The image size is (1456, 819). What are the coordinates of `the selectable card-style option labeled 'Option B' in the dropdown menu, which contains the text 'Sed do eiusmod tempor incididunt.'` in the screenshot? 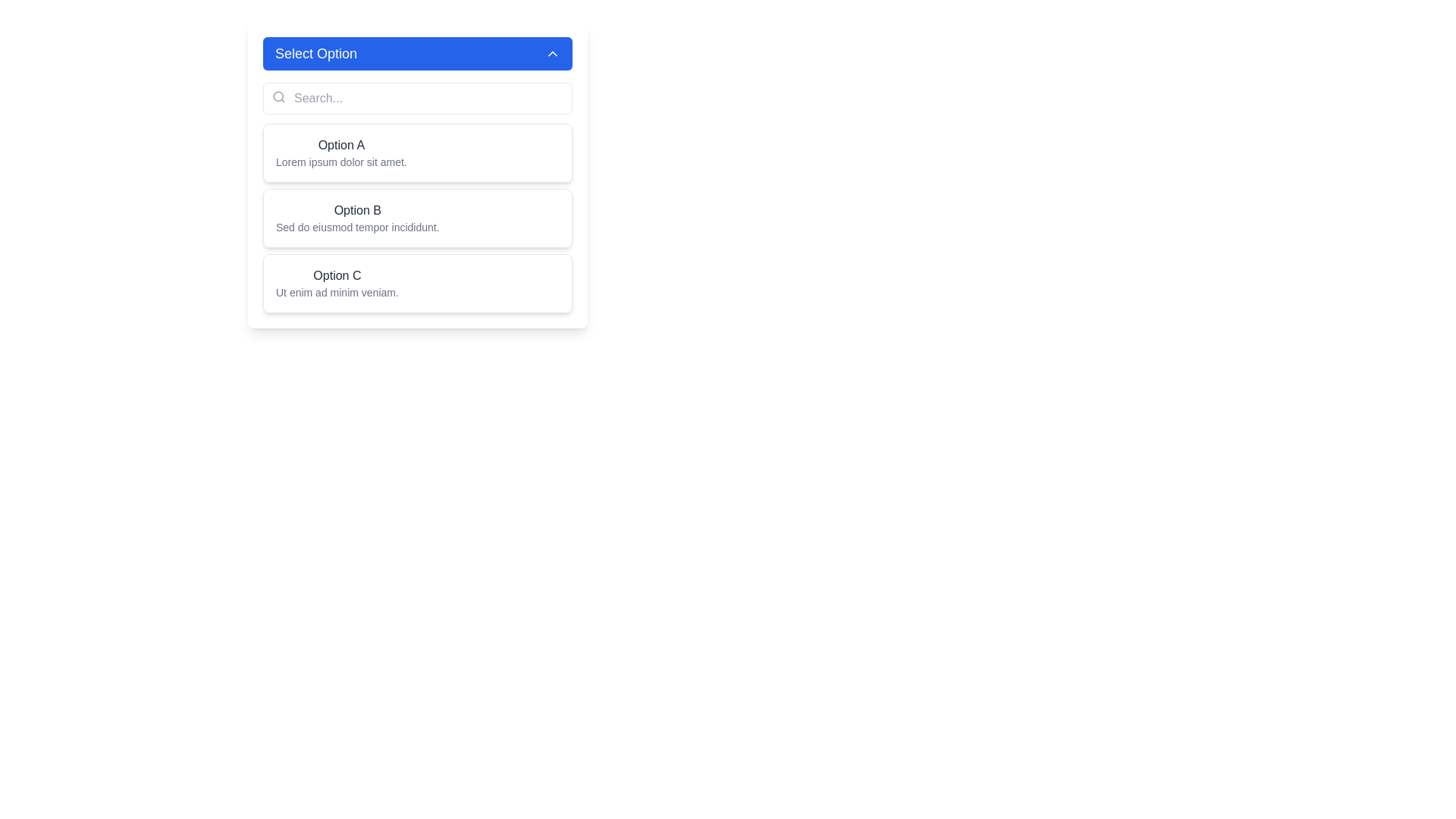 It's located at (418, 218).